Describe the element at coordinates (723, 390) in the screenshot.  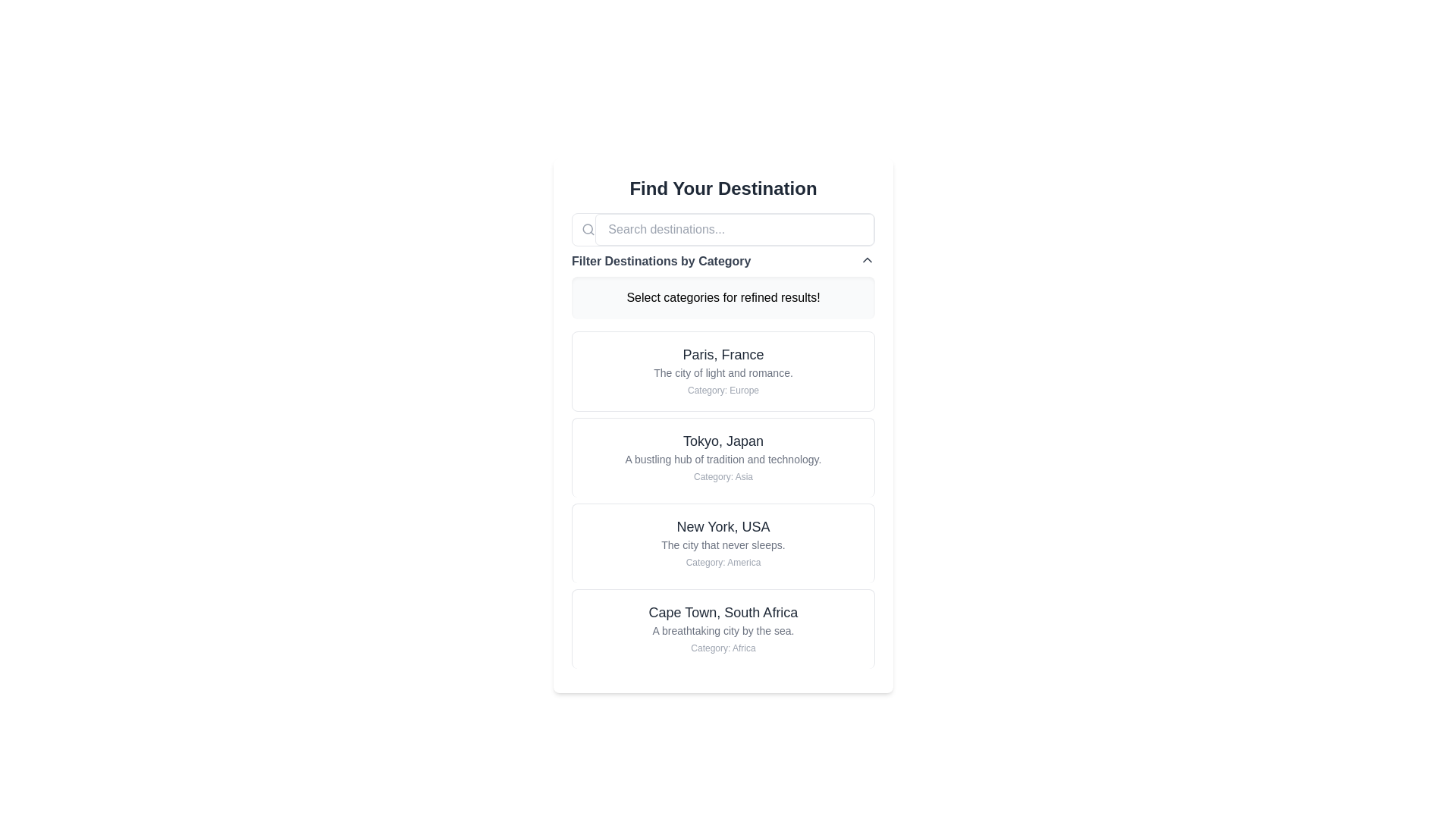
I see `the text label displaying 'Category: Europe', which is styled in a smaller gray font and located beneath the description text in the selection option for 'Paris, France'` at that location.